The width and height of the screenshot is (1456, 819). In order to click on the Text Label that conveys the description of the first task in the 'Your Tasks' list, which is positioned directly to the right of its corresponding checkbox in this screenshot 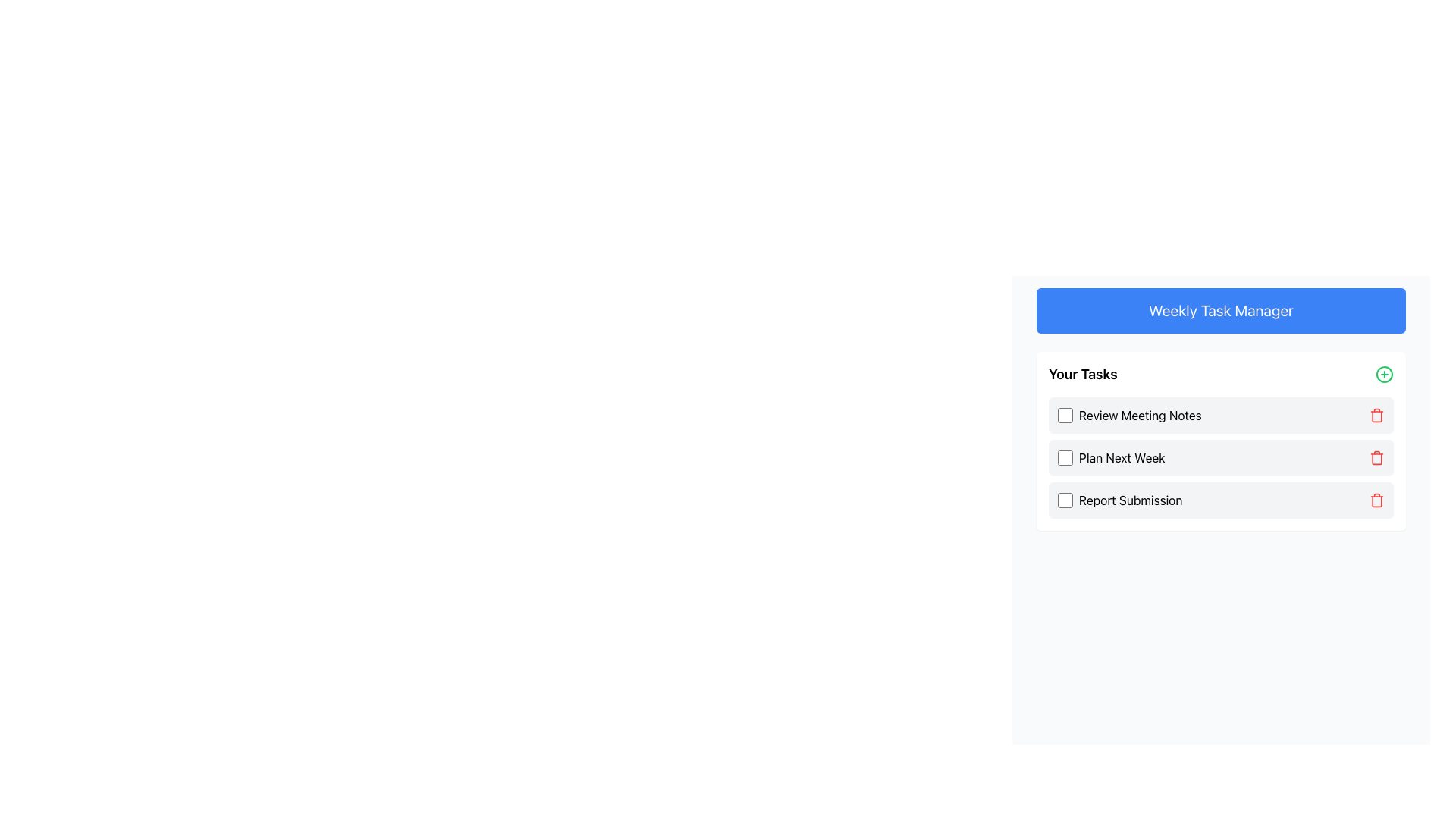, I will do `click(1140, 415)`.